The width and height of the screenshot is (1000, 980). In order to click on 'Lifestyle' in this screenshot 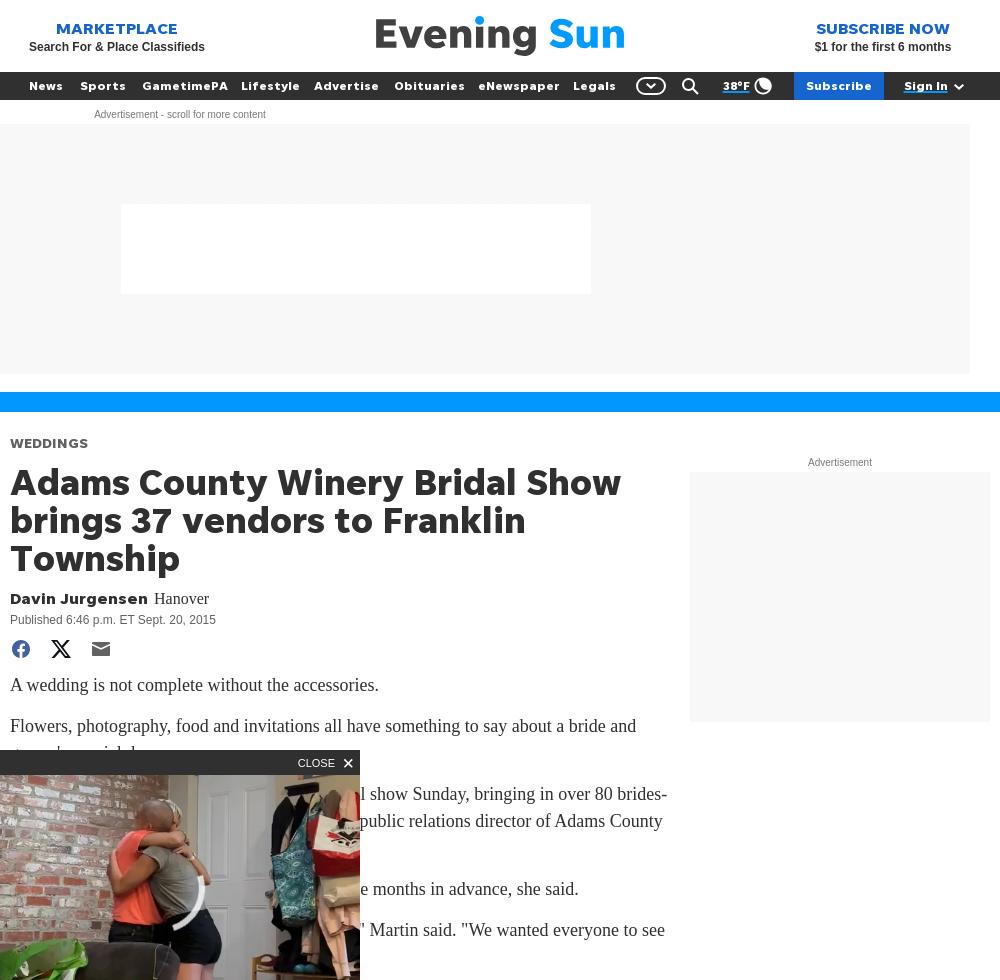, I will do `click(269, 85)`.